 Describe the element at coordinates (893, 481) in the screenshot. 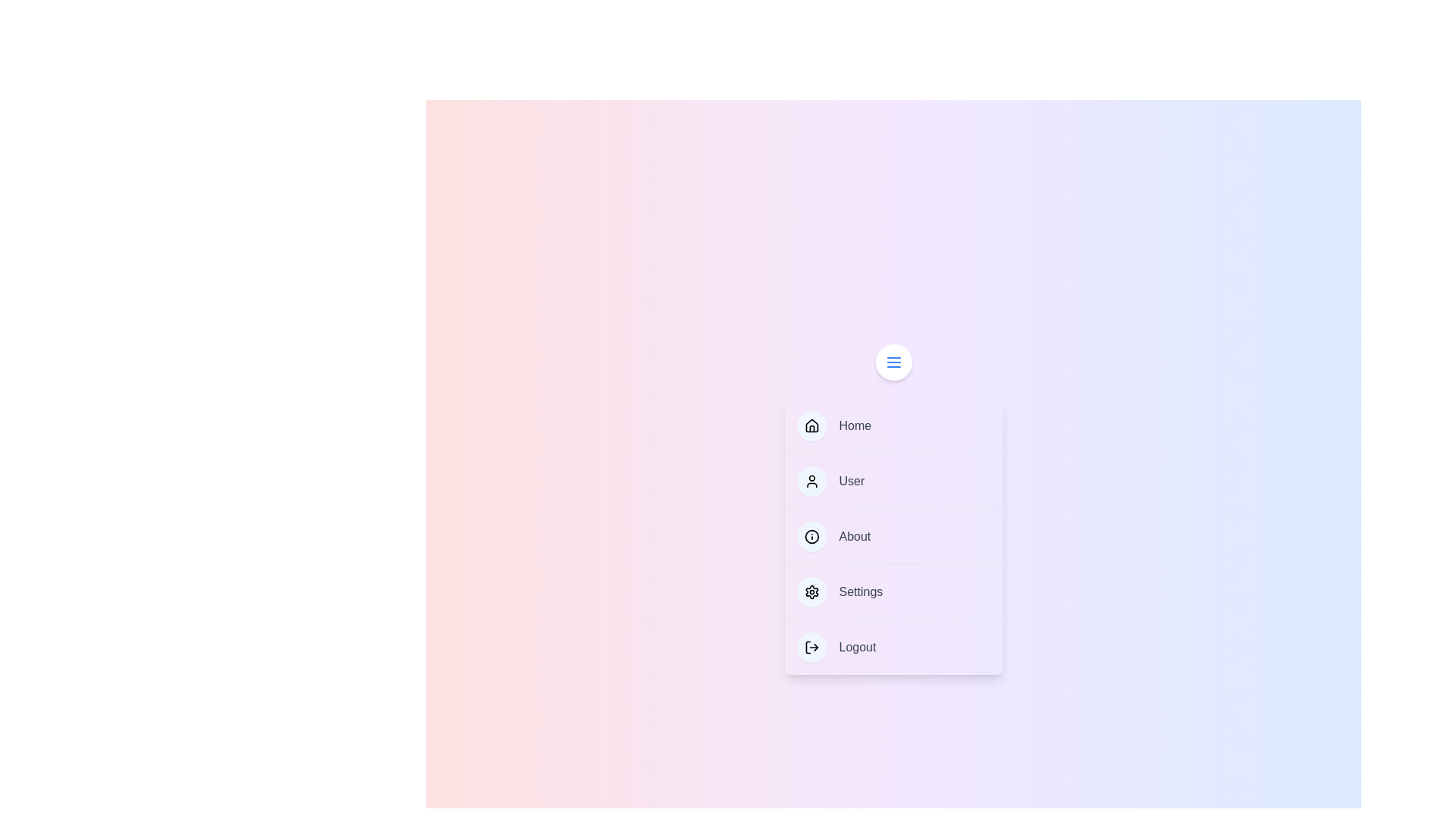

I see `the menu item labeled User` at that location.